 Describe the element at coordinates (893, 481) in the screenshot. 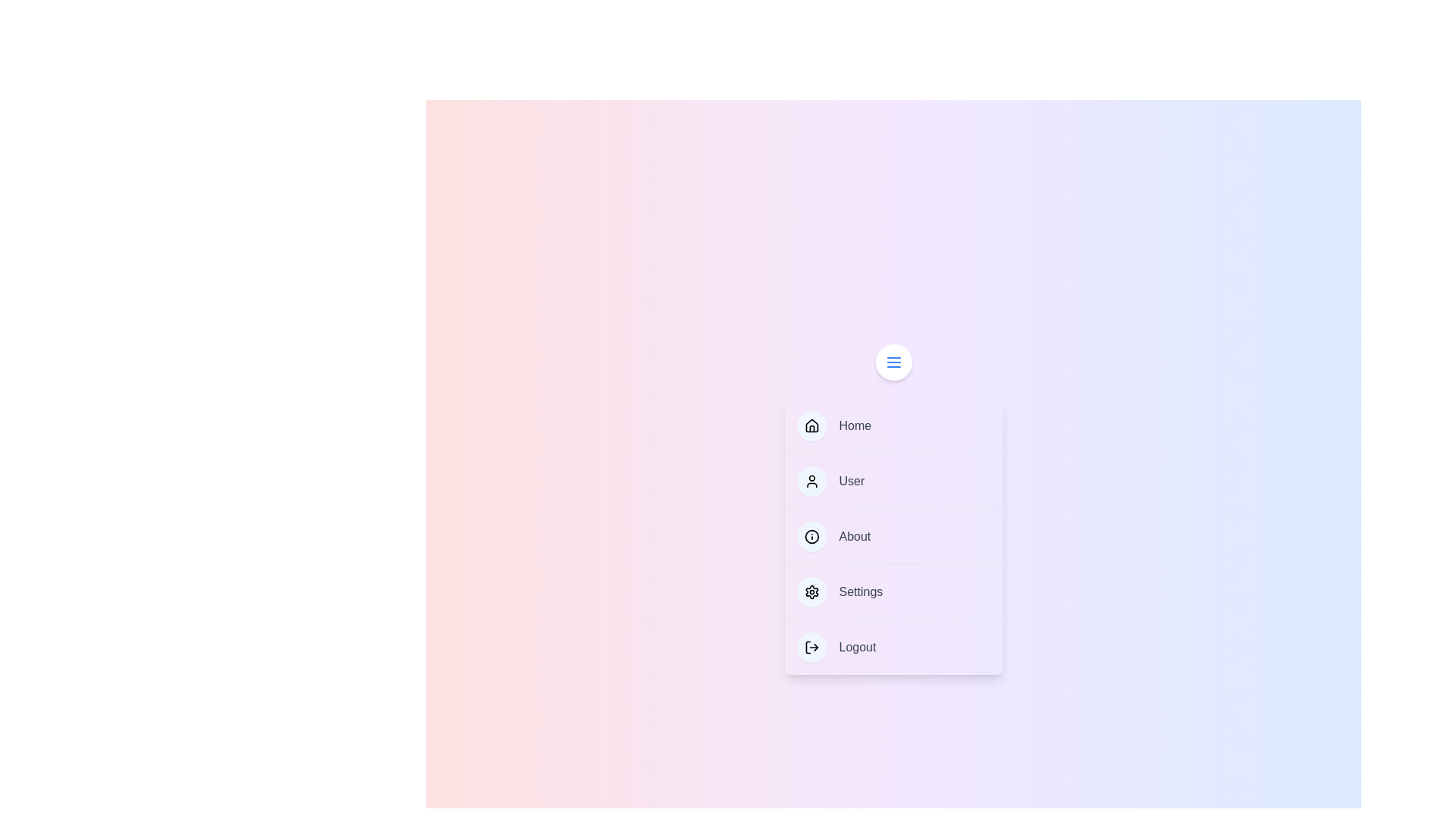

I see `the menu item labeled User` at that location.